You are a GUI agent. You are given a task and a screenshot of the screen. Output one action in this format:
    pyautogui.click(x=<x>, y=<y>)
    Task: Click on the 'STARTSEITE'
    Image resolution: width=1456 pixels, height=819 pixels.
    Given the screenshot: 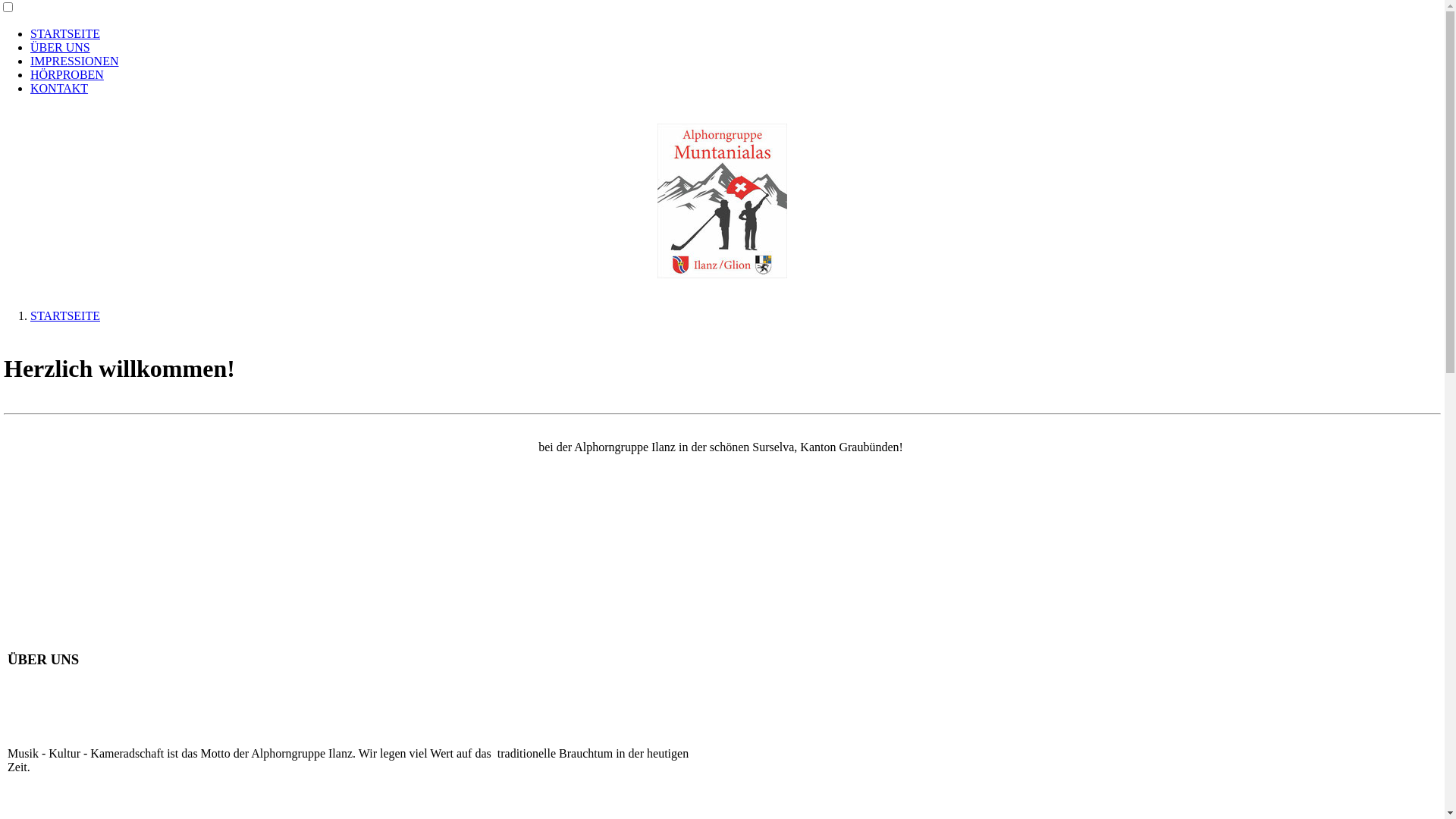 What is the action you would take?
    pyautogui.click(x=64, y=33)
    